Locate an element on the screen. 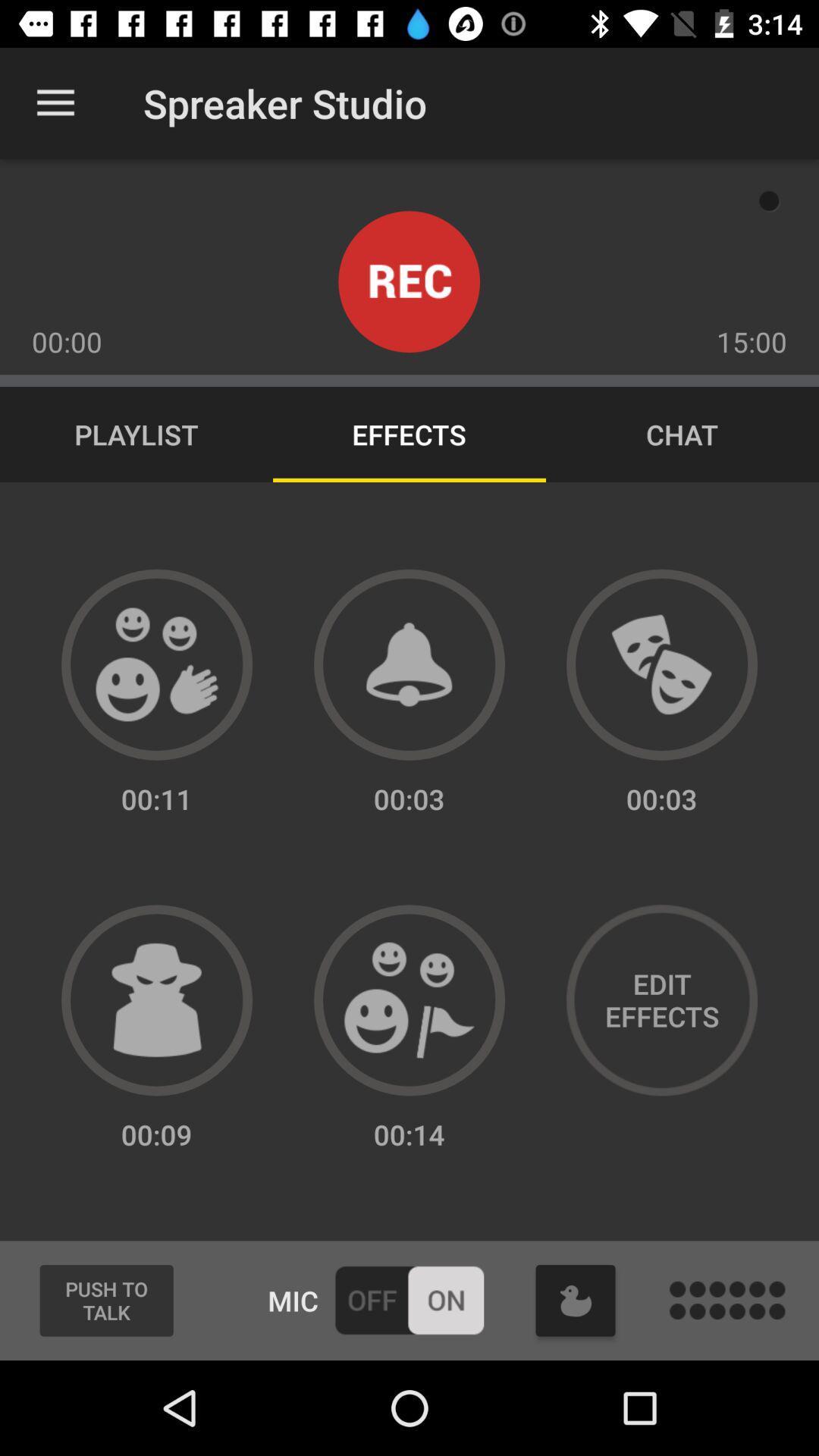  sound effect is located at coordinates (409, 664).